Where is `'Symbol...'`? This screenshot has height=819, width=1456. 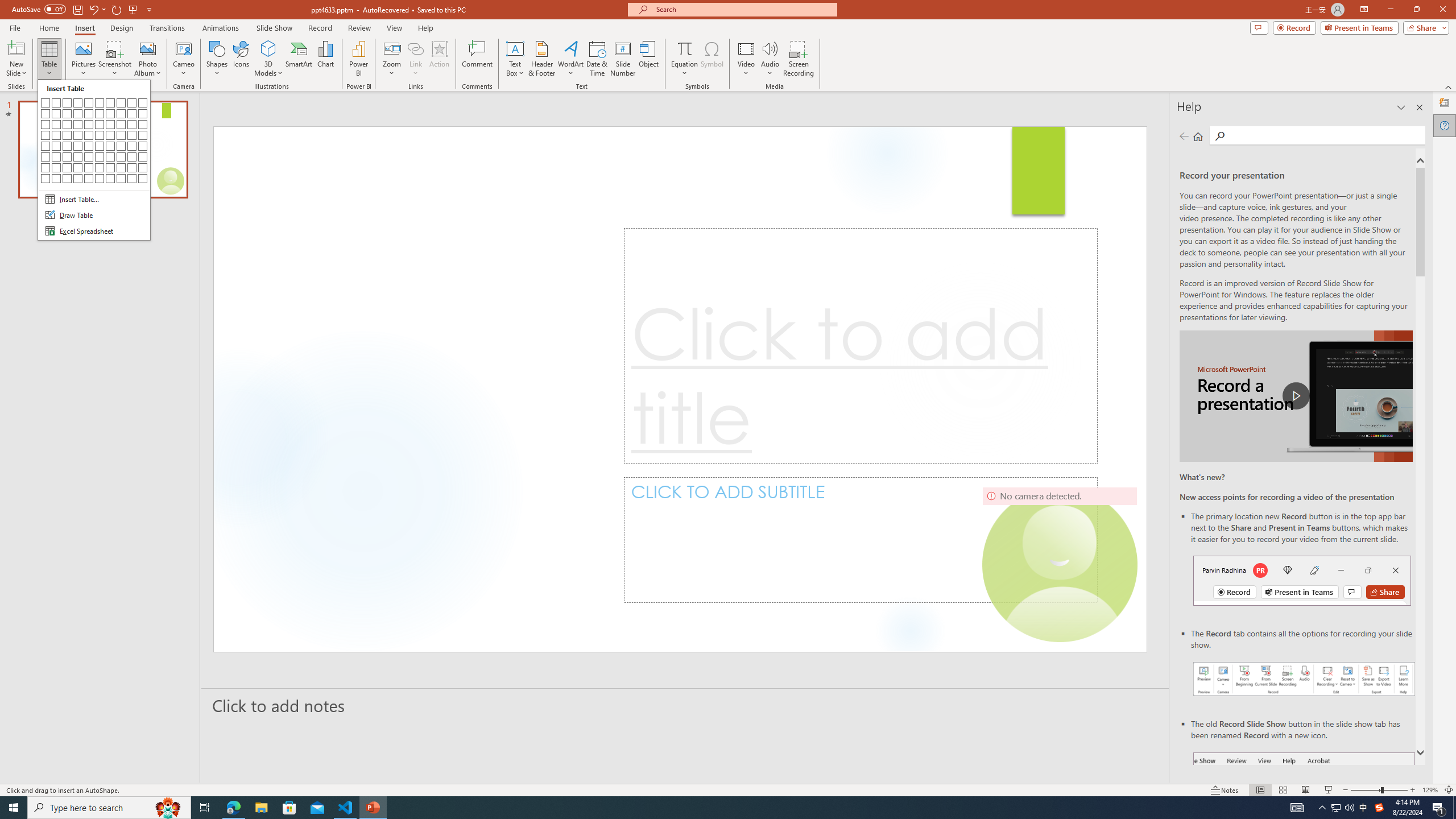 'Symbol...' is located at coordinates (712, 59).